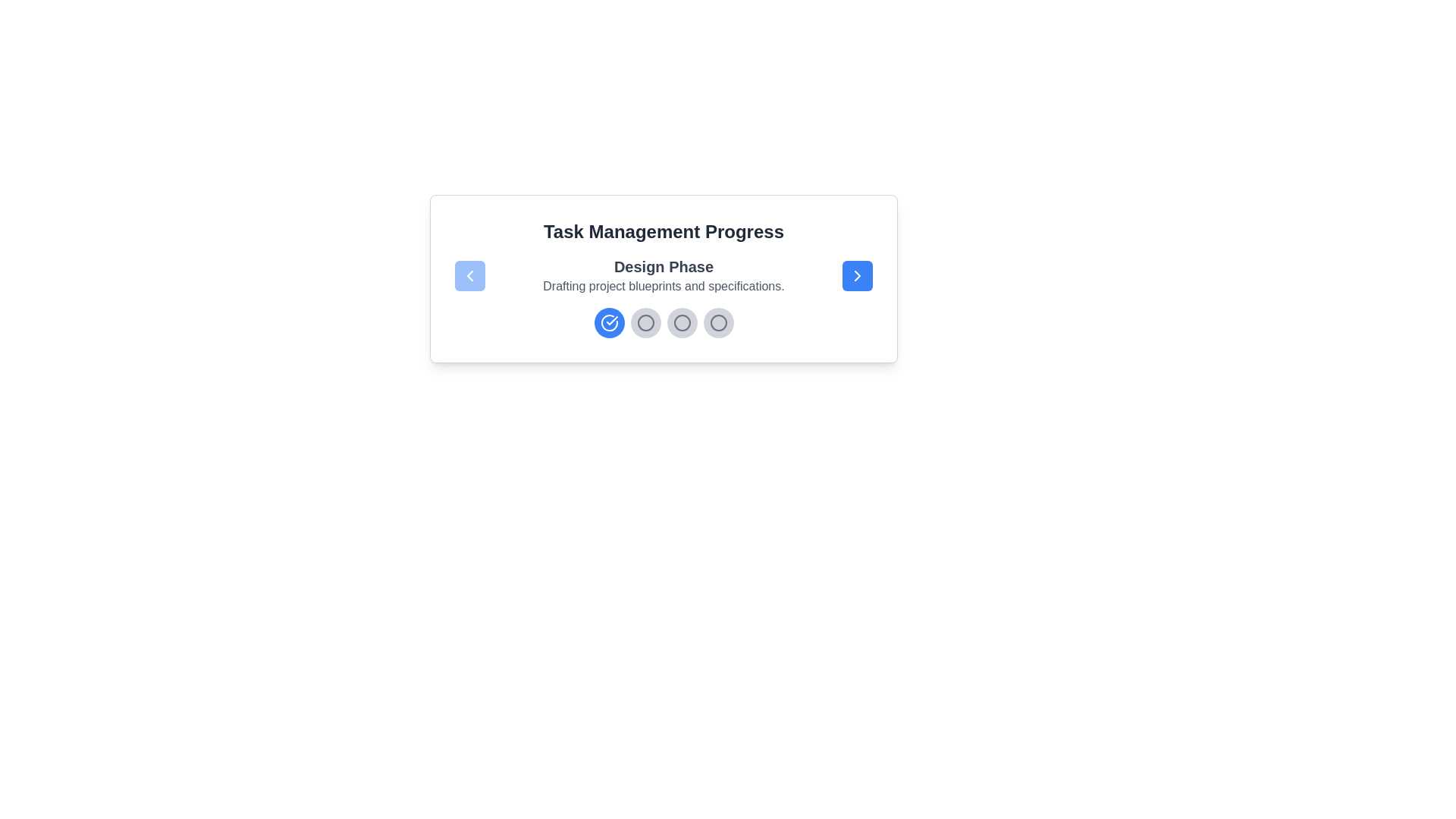 The height and width of the screenshot is (819, 1456). What do you see at coordinates (858, 275) in the screenshot?
I see `the right navigation button to move to the next step` at bounding box center [858, 275].